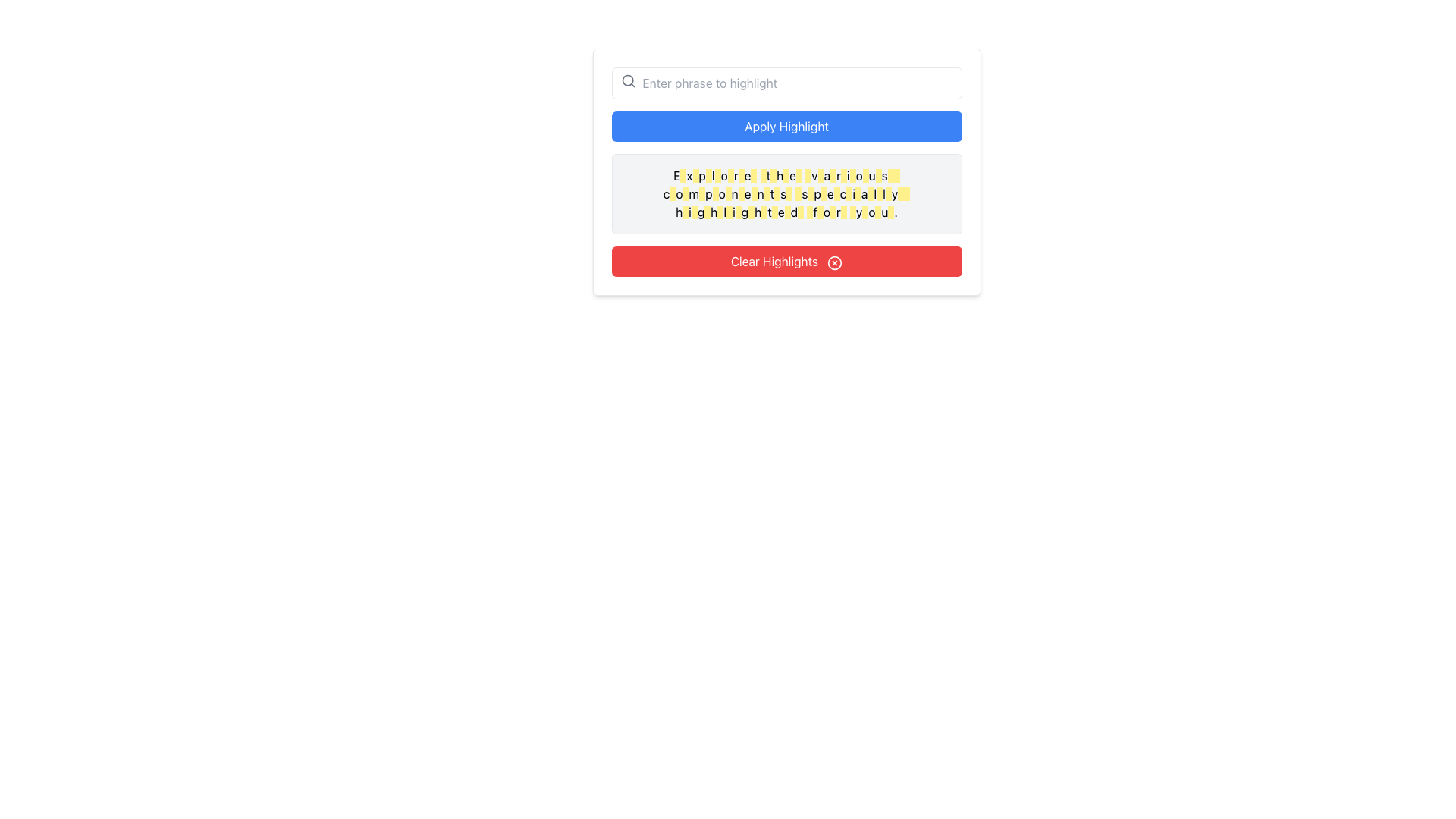 This screenshot has height=819, width=1456. What do you see at coordinates (799, 174) in the screenshot?
I see `the highlight marker located between the letters 'h' and 'e' in the word 'highlighted' within the text 'Explore the various components specially highlighted for you.'` at bounding box center [799, 174].